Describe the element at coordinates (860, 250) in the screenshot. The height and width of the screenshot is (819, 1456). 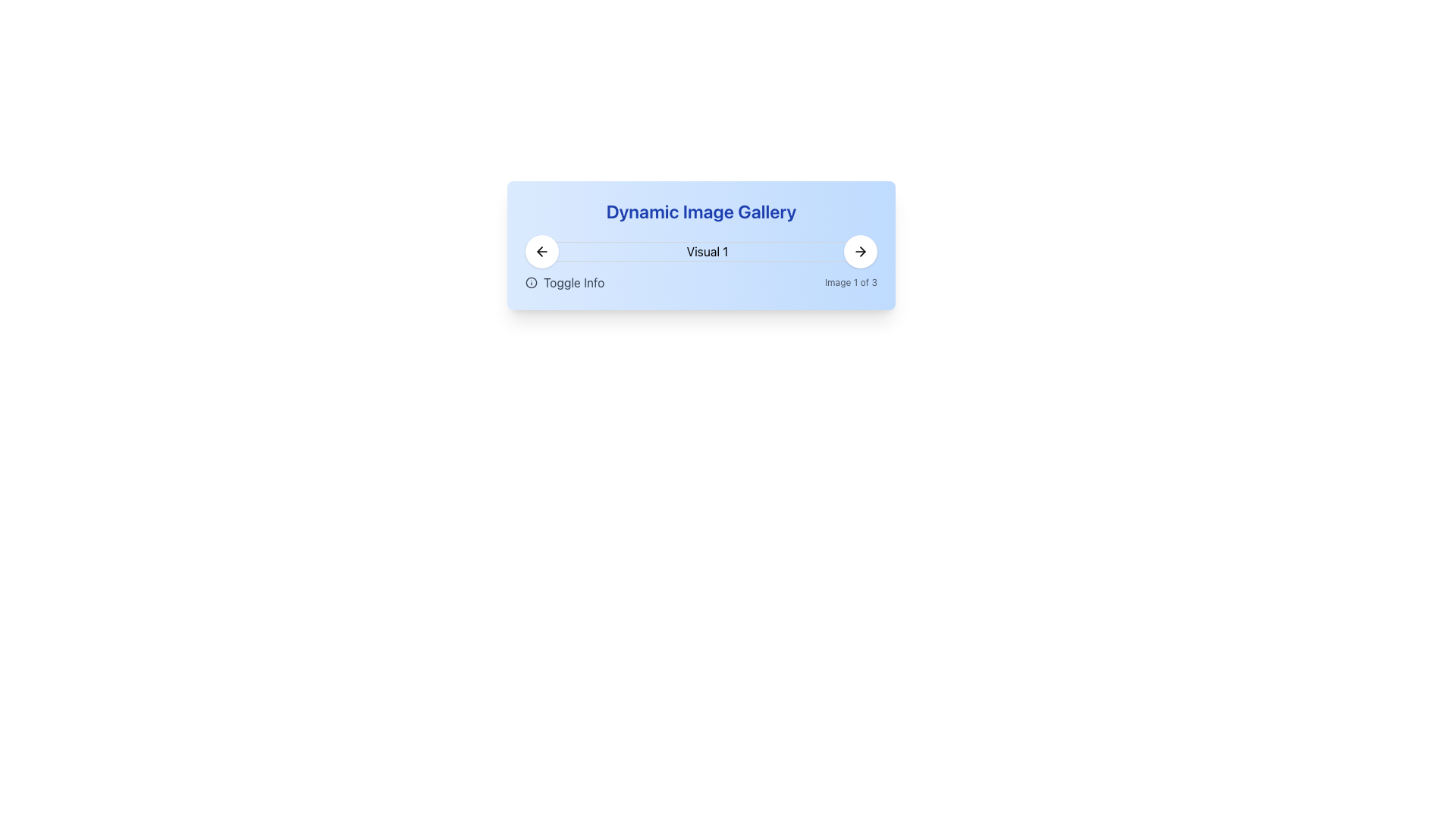
I see `the right-pointing arrow icon located in the rightmost circular button of the navigation group` at that location.